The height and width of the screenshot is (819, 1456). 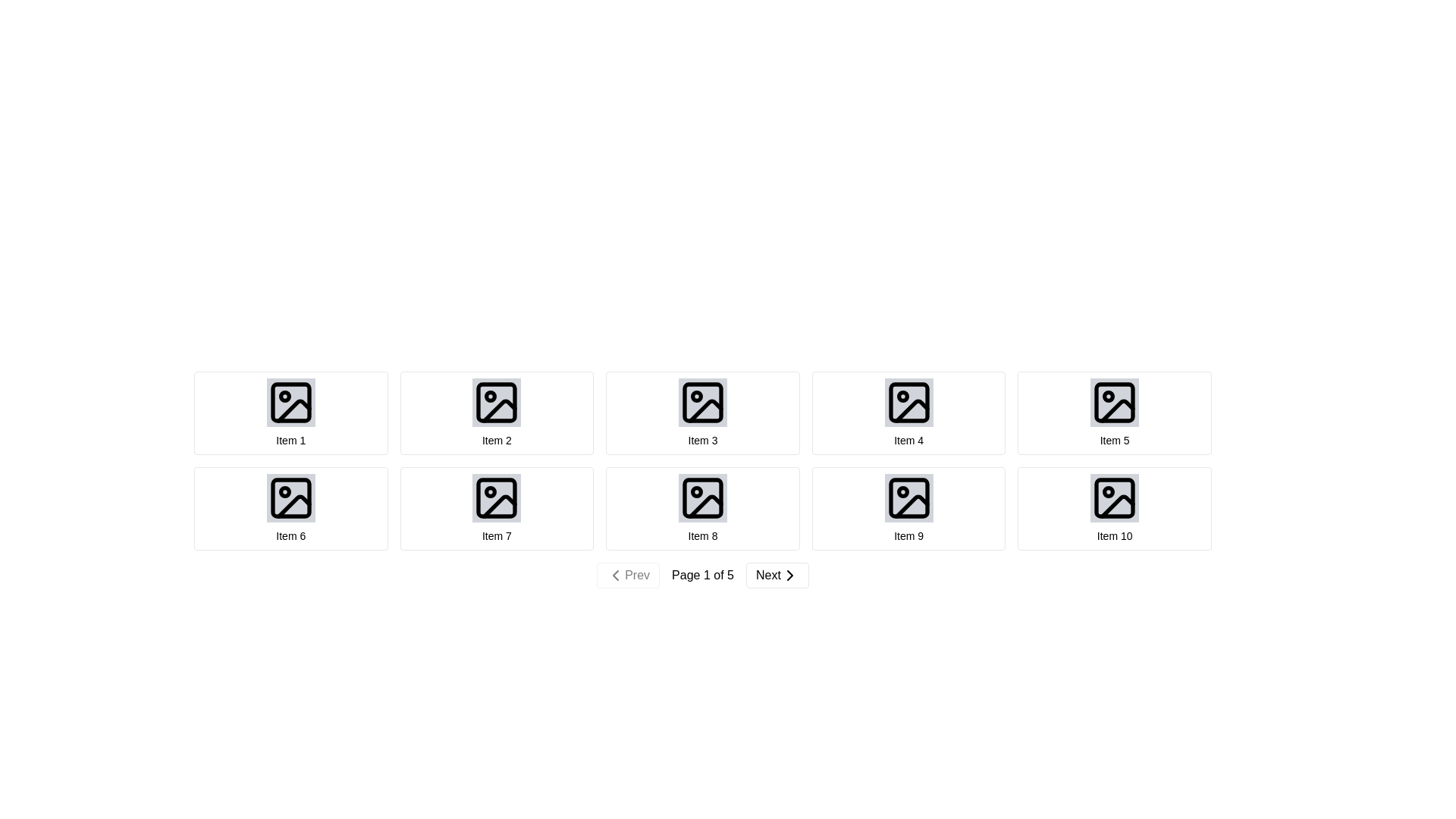 I want to click on the 'Item 4' display card located in the first row and fourth column of the grid, so click(x=908, y=413).